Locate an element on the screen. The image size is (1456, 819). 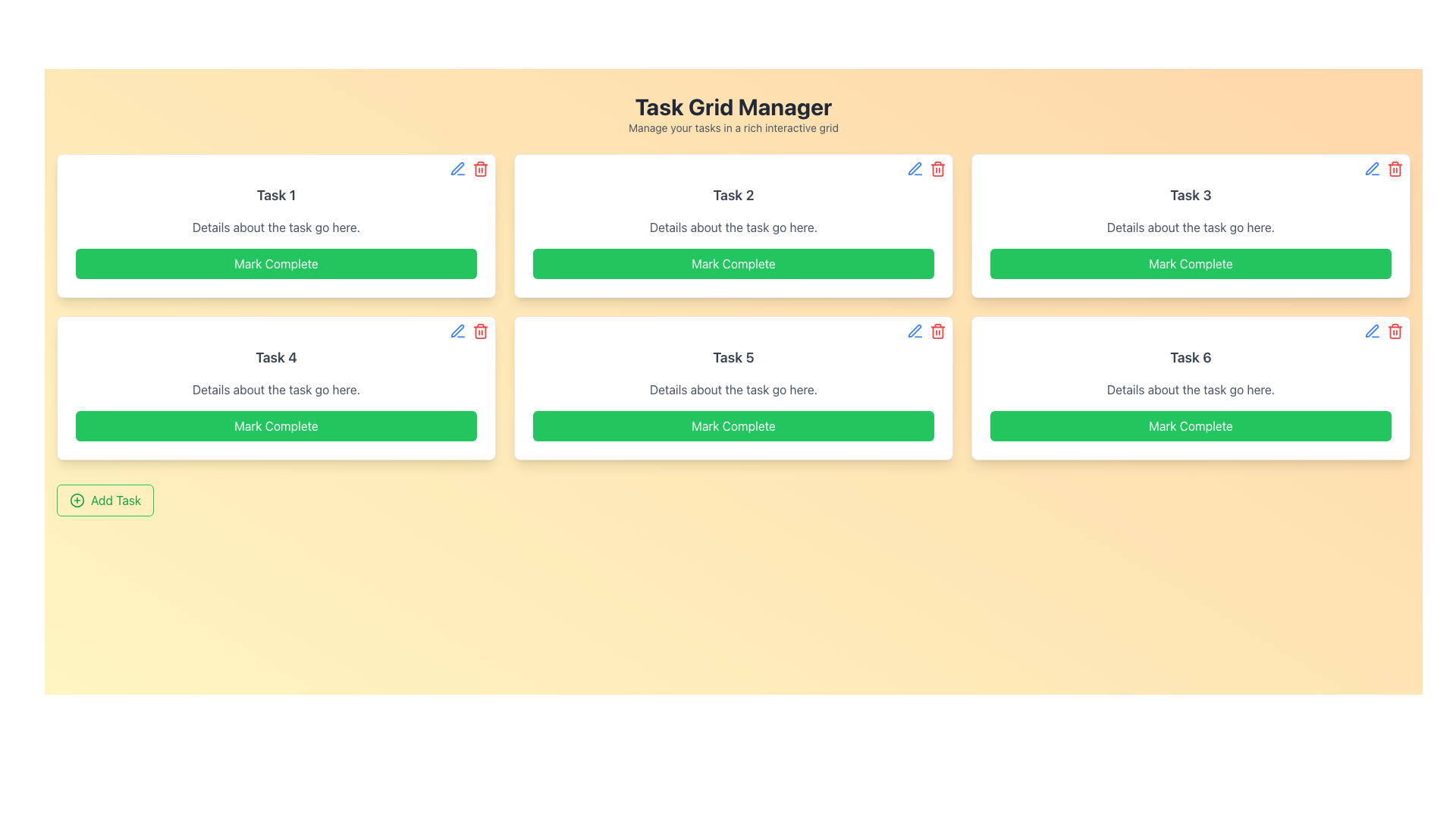
the centered text block displaying 'Task 2' in bold, large, gray font, located within the second card of a grid layout is located at coordinates (733, 195).